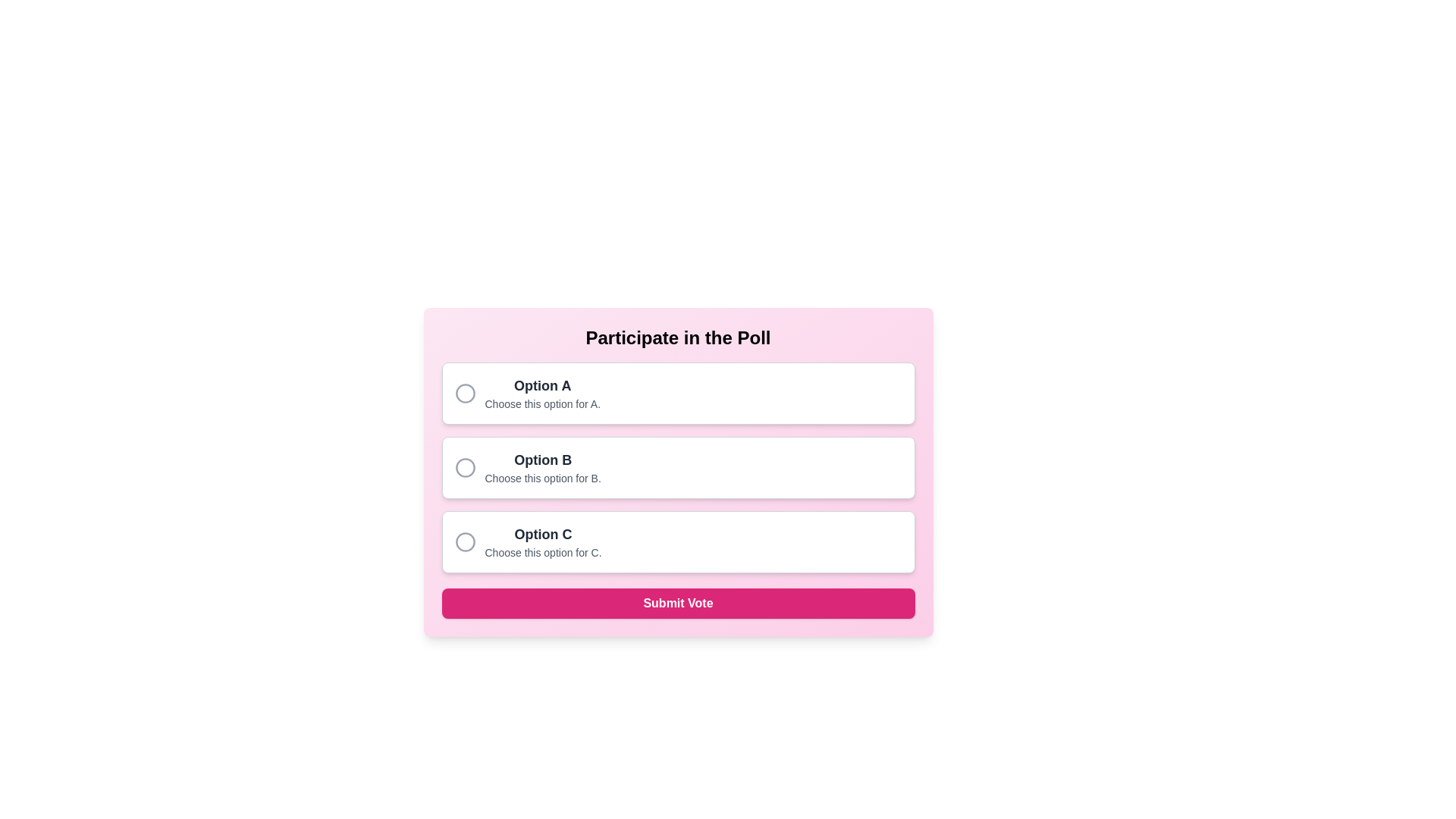 This screenshot has height=819, width=1456. Describe the element at coordinates (464, 393) in the screenshot. I see `the circular radio button indicator located in the 'Option A' poll option block` at that location.